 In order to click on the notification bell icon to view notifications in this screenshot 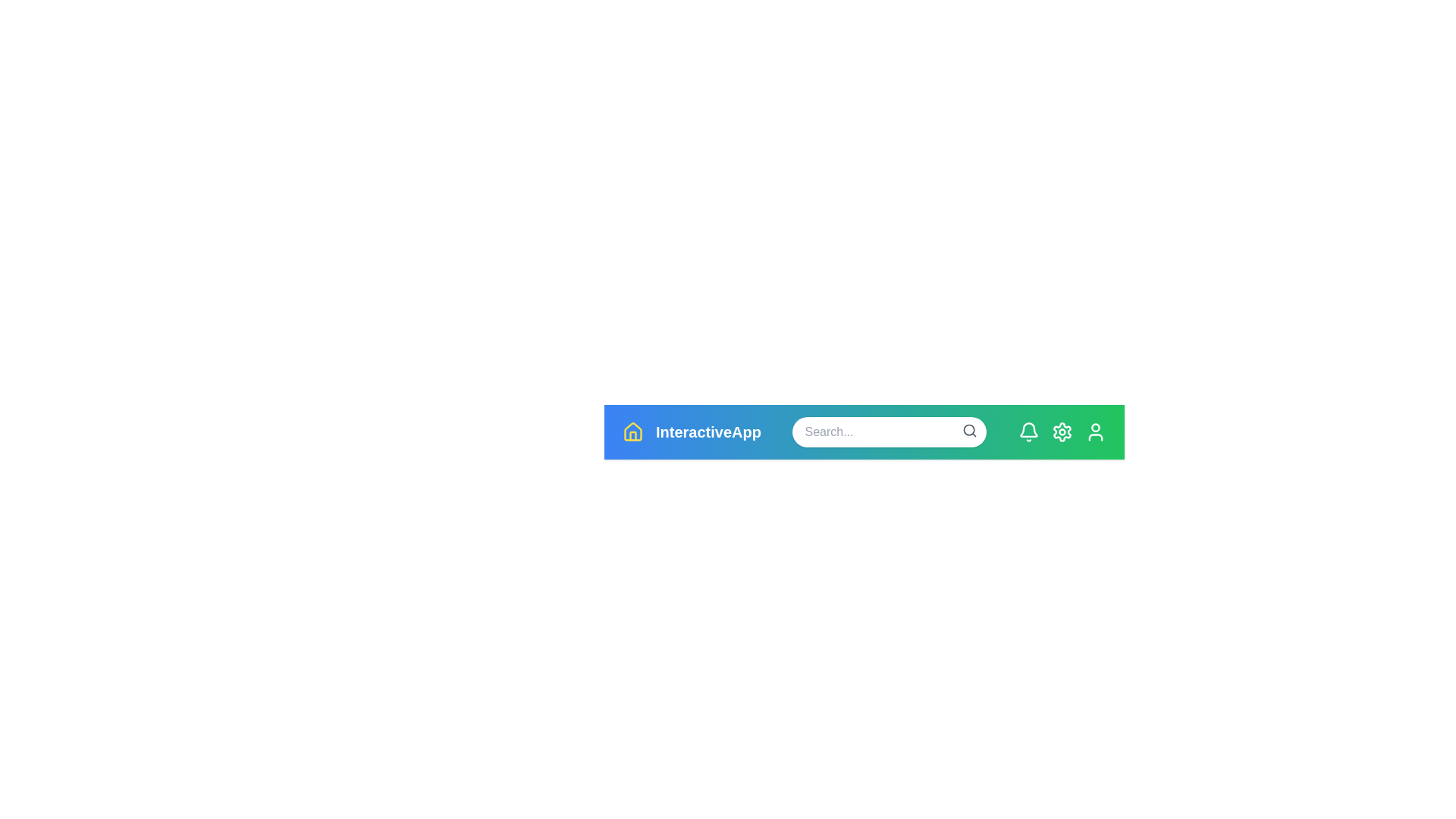, I will do `click(1029, 432)`.